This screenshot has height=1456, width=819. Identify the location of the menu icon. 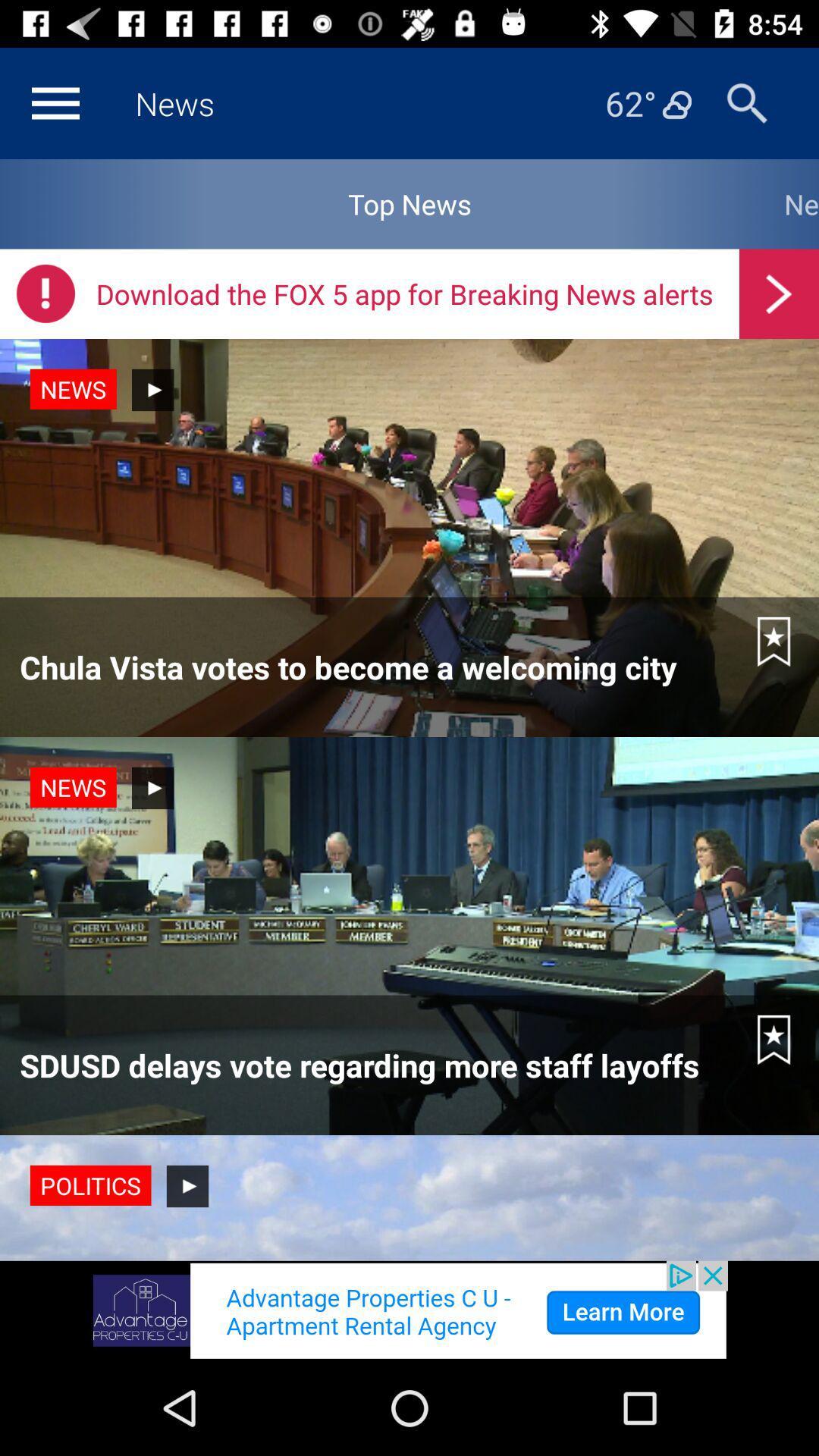
(55, 102).